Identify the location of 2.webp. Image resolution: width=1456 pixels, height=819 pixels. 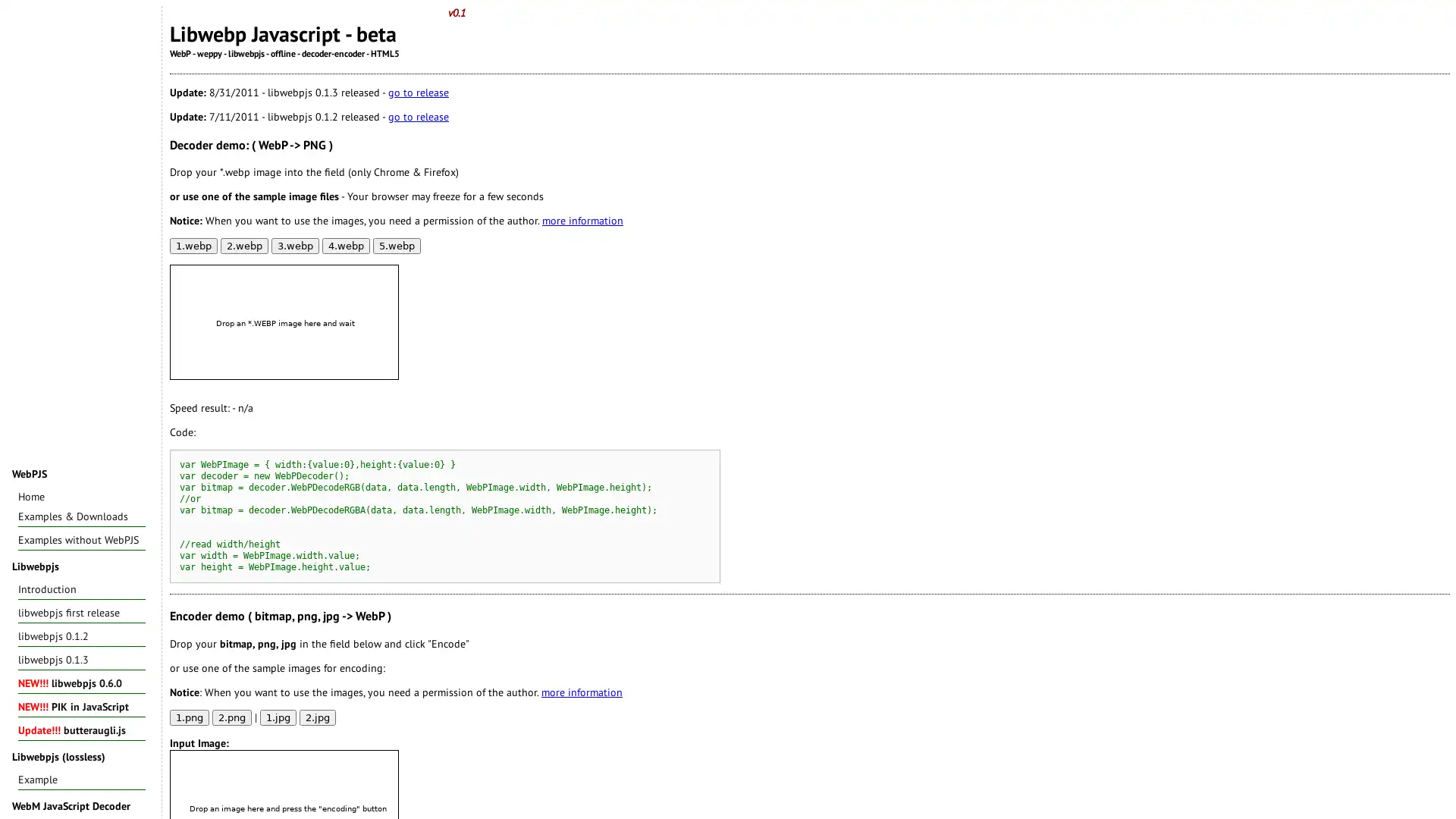
(244, 245).